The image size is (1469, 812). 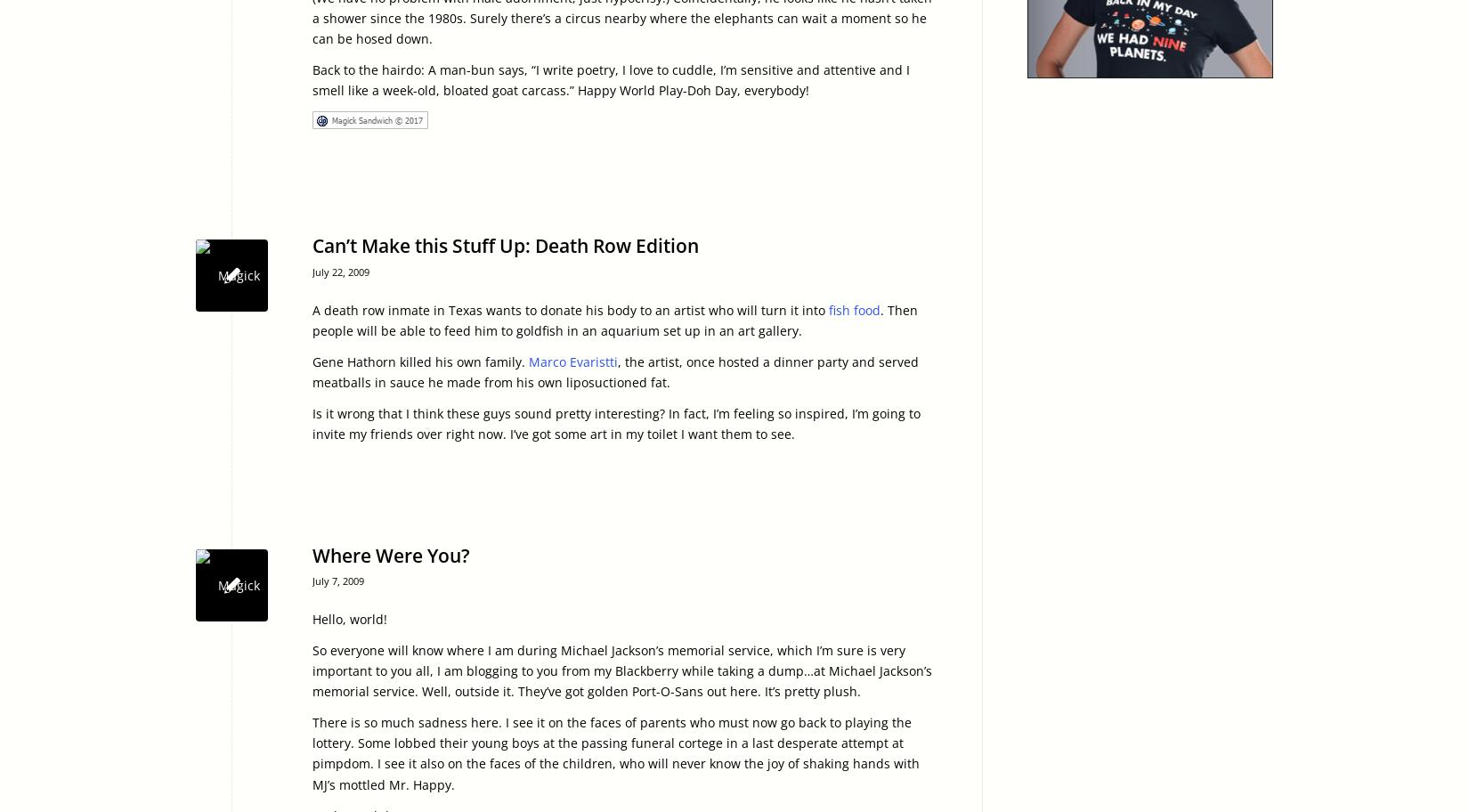 I want to click on 'July 22, 2009', so click(x=340, y=271).